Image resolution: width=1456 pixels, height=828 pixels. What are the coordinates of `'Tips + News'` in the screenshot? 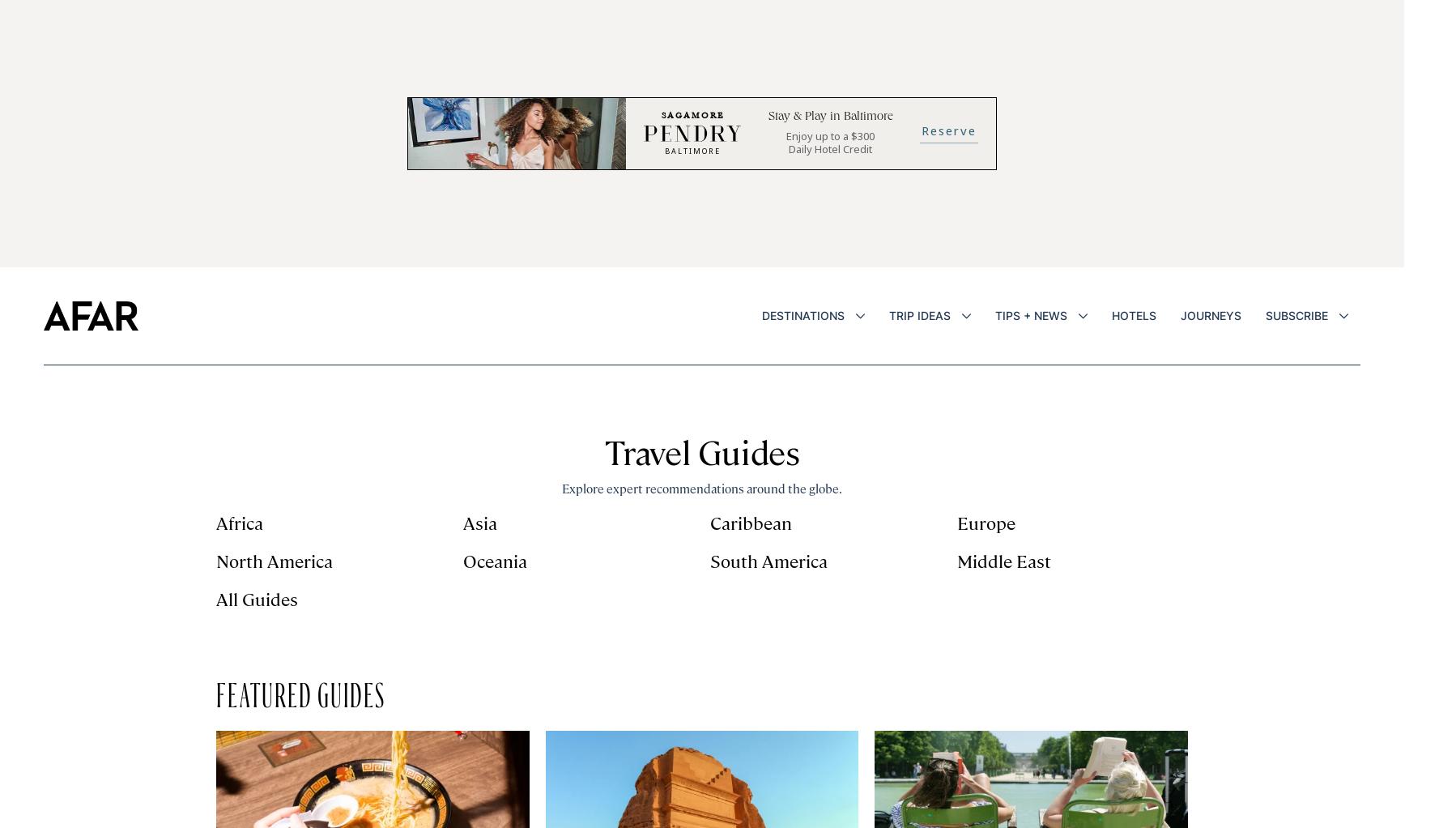 It's located at (1030, 314).